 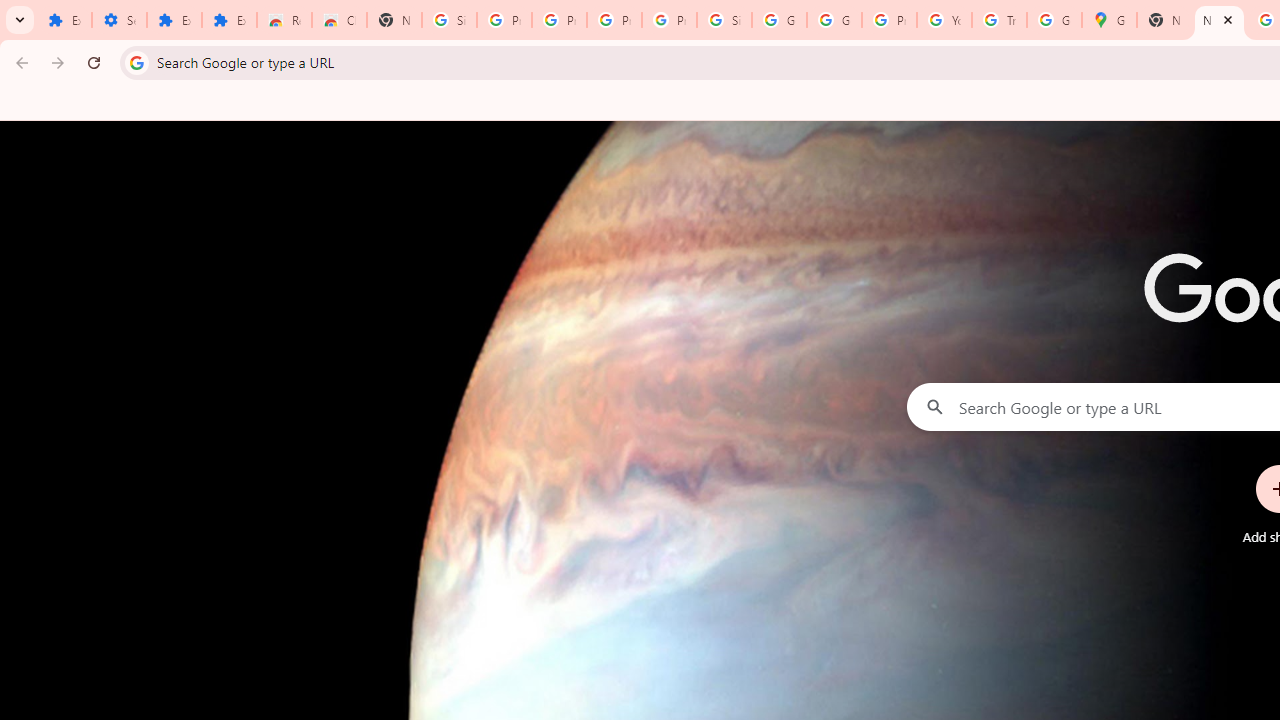 What do you see at coordinates (10, 11) in the screenshot?
I see `'System'` at bounding box center [10, 11].